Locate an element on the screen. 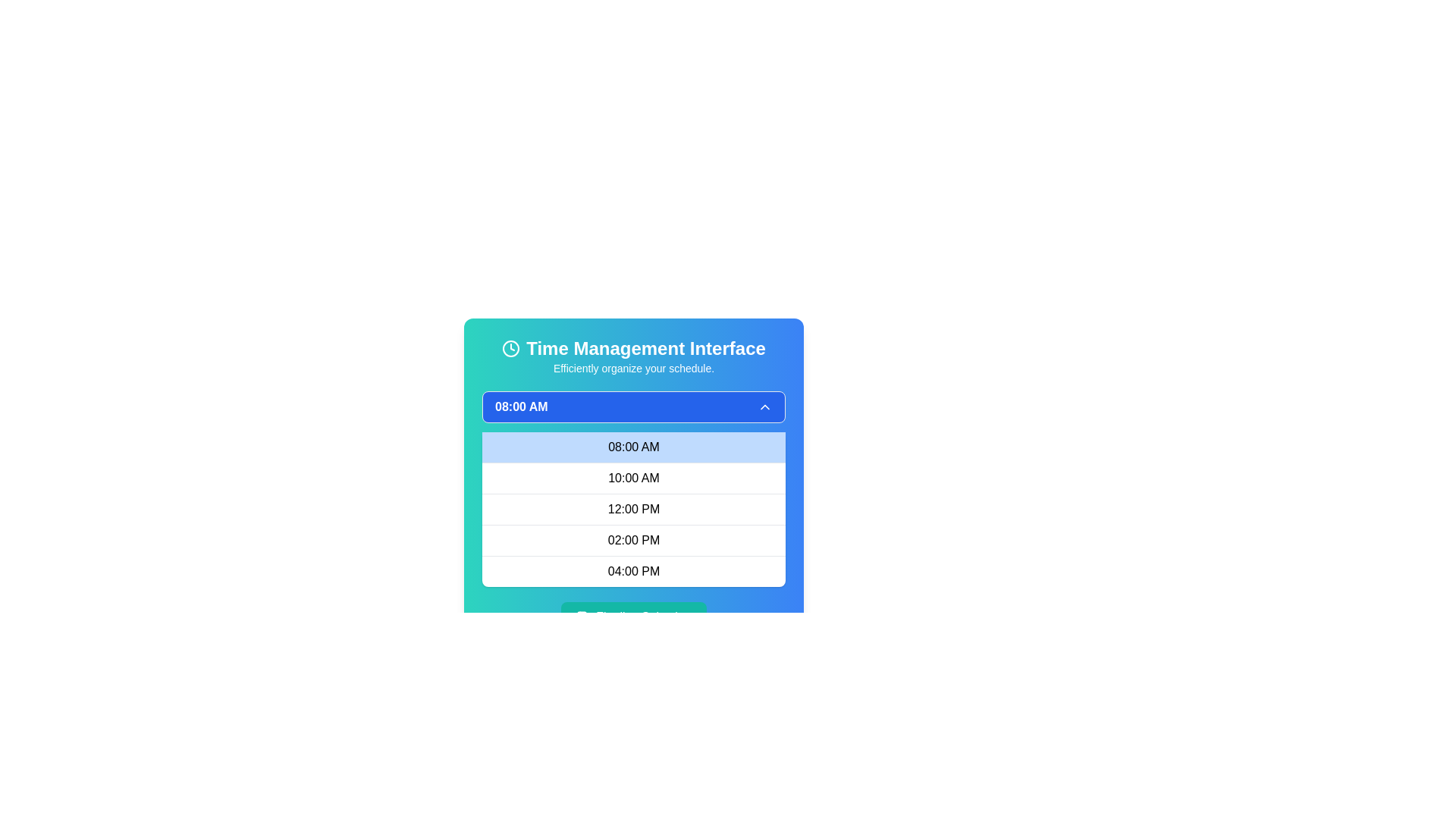 This screenshot has height=819, width=1456. the circular graphical element located within the clock icon at the top-left corner of the interface, adjacent to the title 'Time Management Interface' is located at coordinates (511, 348).